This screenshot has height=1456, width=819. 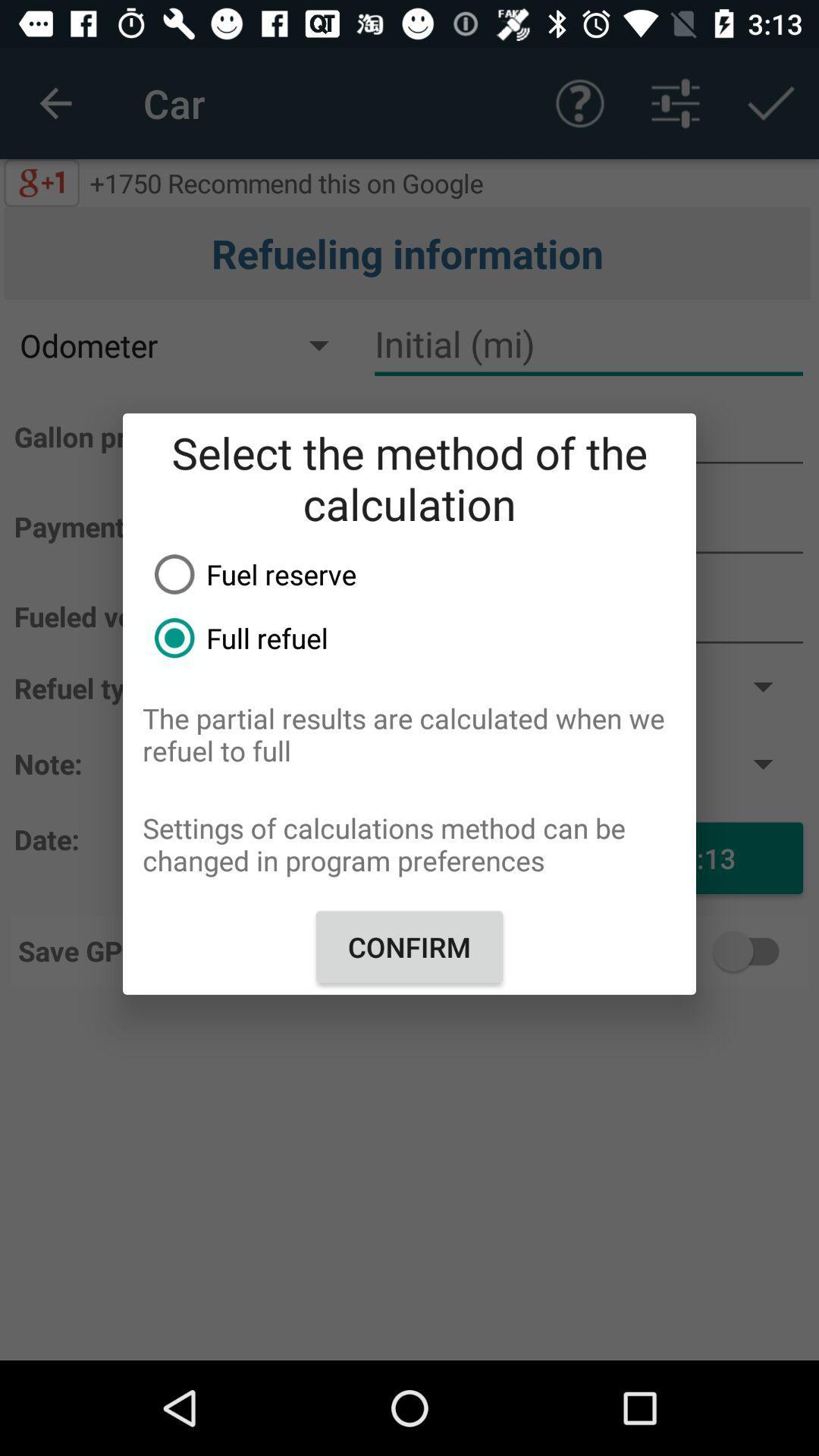 I want to click on the fuel reserve, so click(x=419, y=573).